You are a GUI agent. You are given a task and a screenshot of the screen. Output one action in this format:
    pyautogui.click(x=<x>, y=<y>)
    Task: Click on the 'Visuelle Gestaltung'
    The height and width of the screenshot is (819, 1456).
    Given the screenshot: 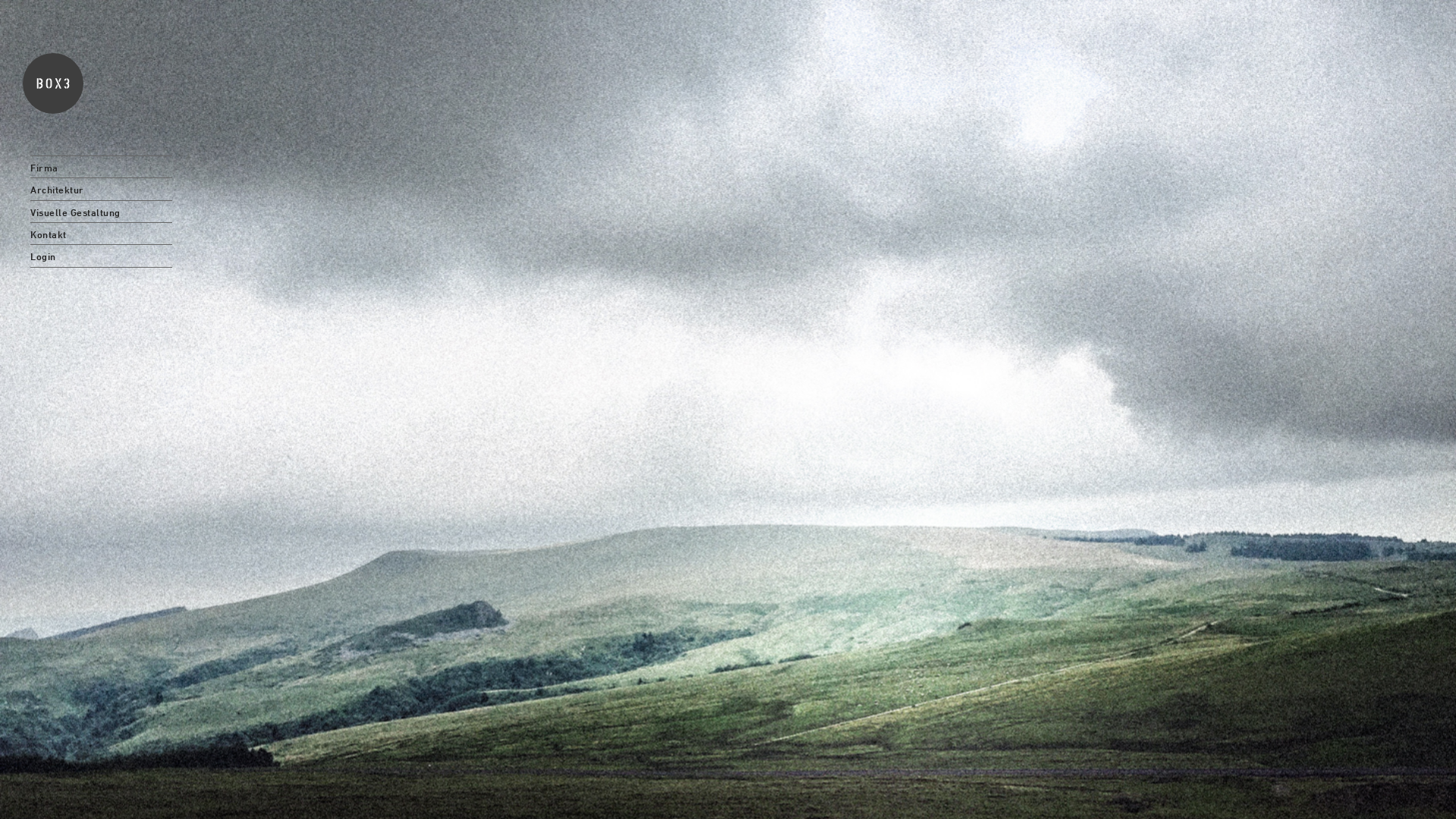 What is the action you would take?
    pyautogui.click(x=100, y=211)
    